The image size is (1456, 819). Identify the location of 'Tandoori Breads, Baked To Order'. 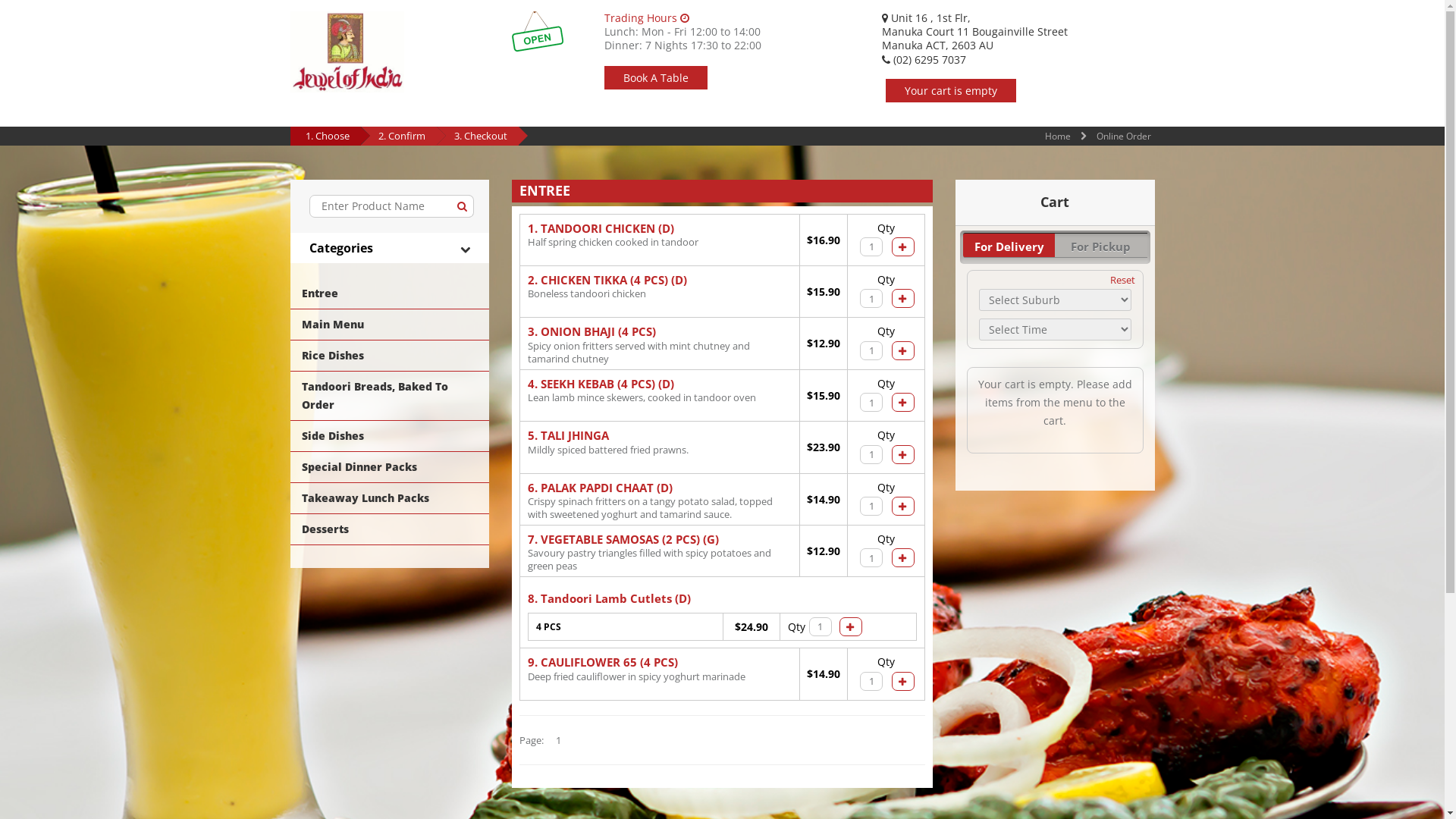
(389, 394).